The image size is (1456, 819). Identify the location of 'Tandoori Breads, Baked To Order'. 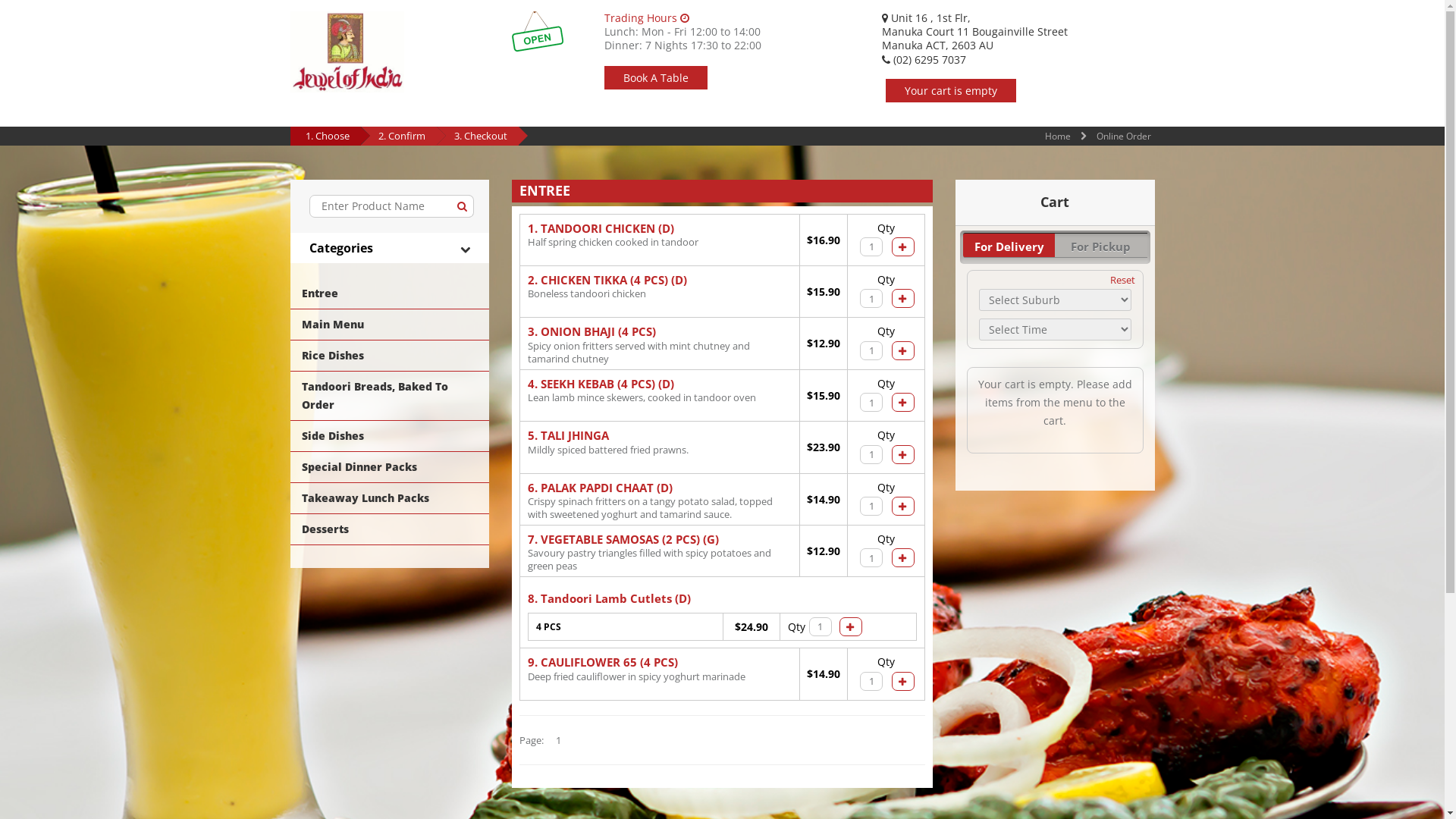
(389, 394).